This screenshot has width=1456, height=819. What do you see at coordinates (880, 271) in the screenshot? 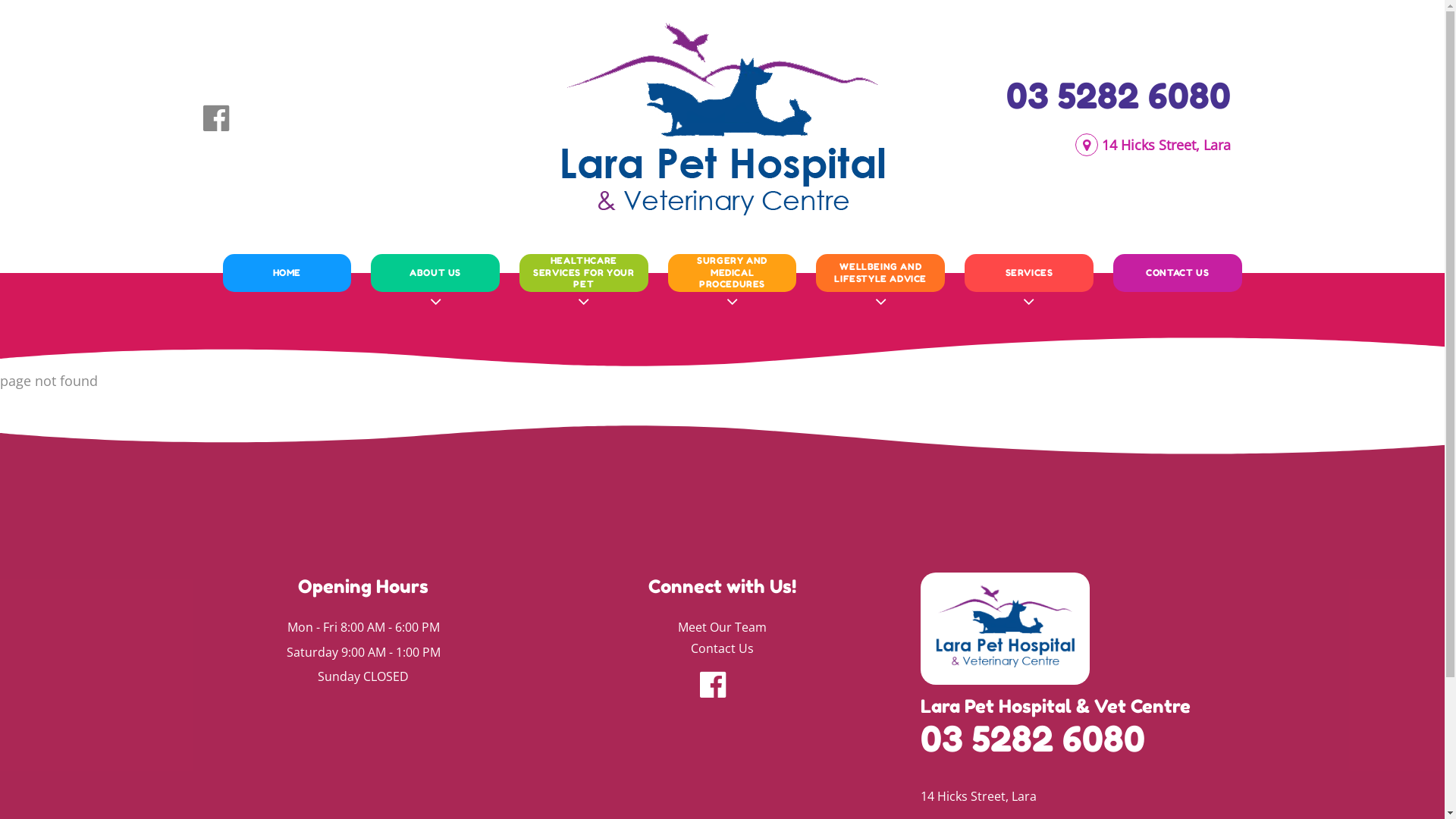
I see `'WELLBEING AND LIFESTYLE ADVICE'` at bounding box center [880, 271].